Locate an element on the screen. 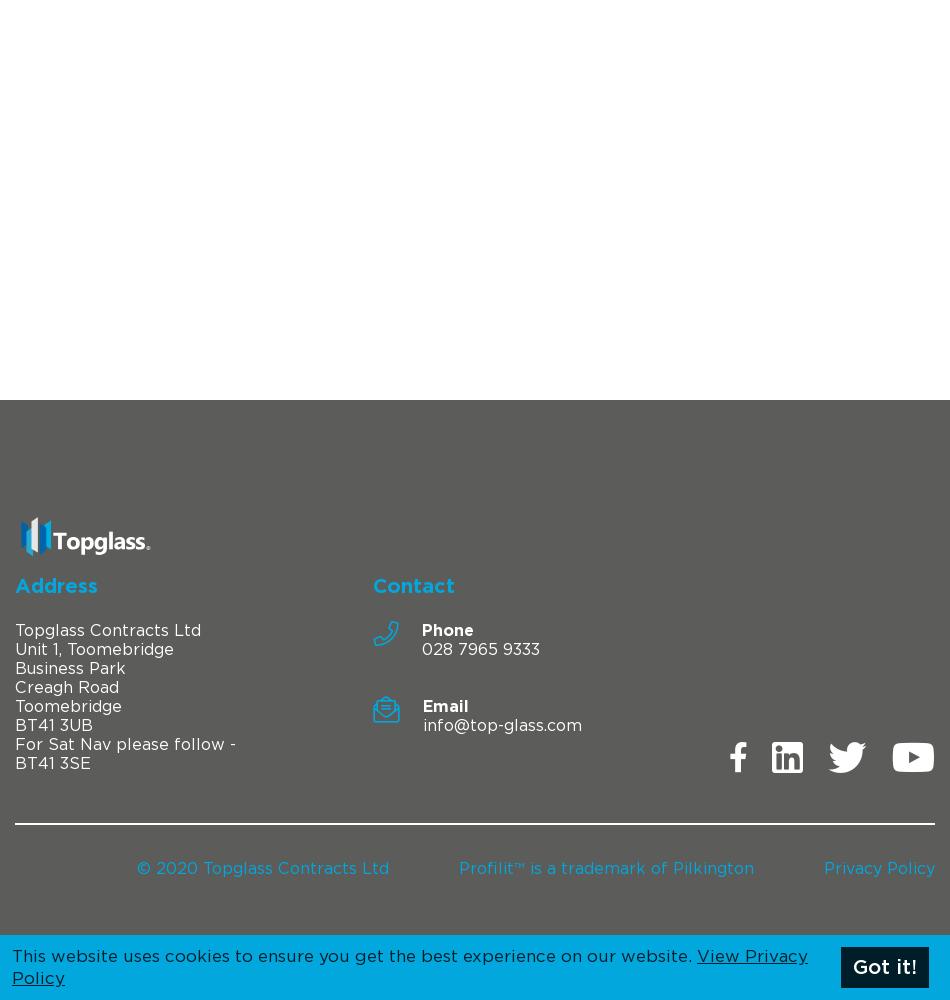 This screenshot has width=950, height=1000. 'info@top-glass.com' is located at coordinates (420, 724).